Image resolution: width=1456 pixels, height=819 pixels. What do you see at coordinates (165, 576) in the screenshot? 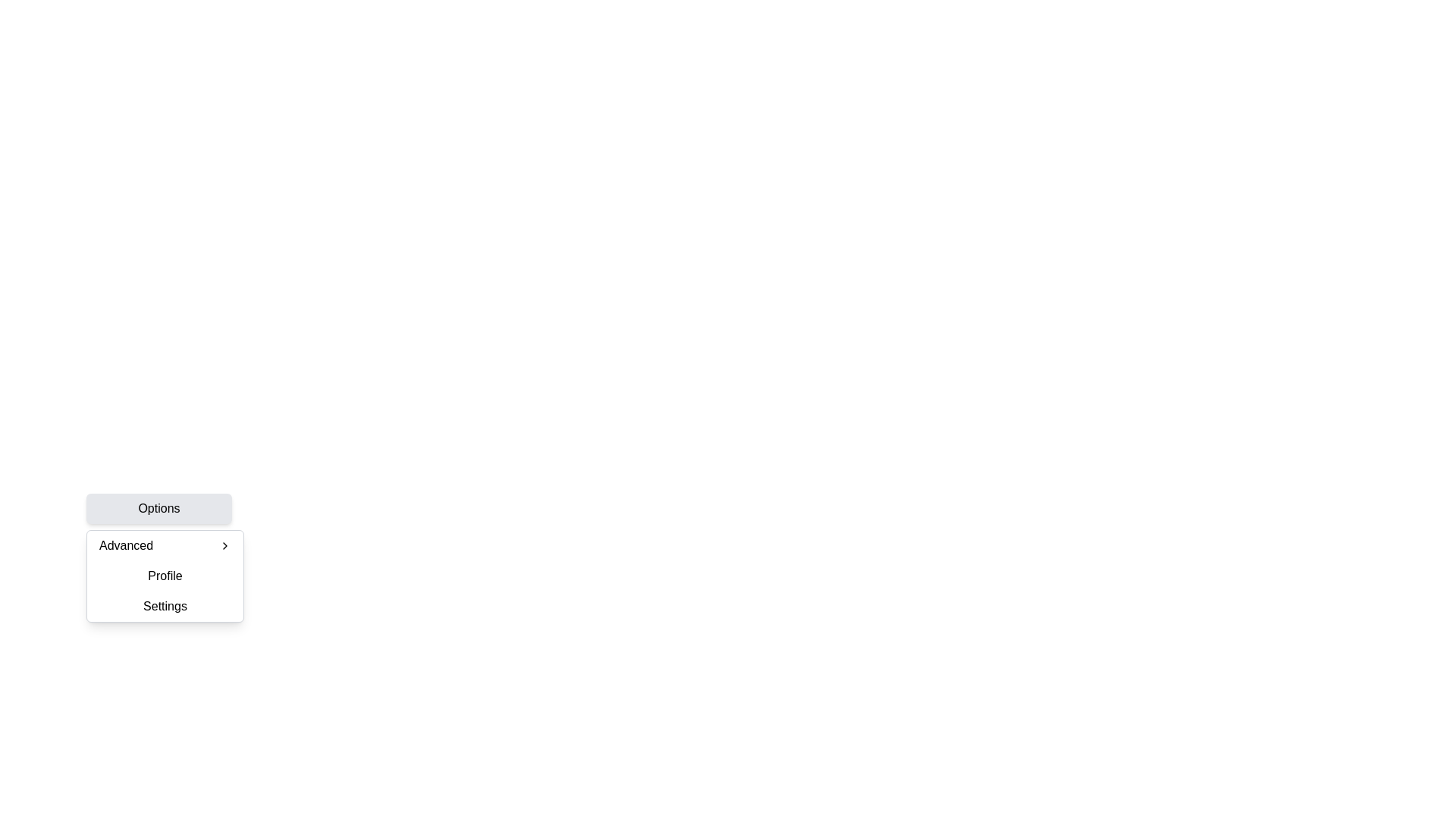
I see `the 'Profile' text label in the dropdown menu to trigger the background color change effect` at bounding box center [165, 576].